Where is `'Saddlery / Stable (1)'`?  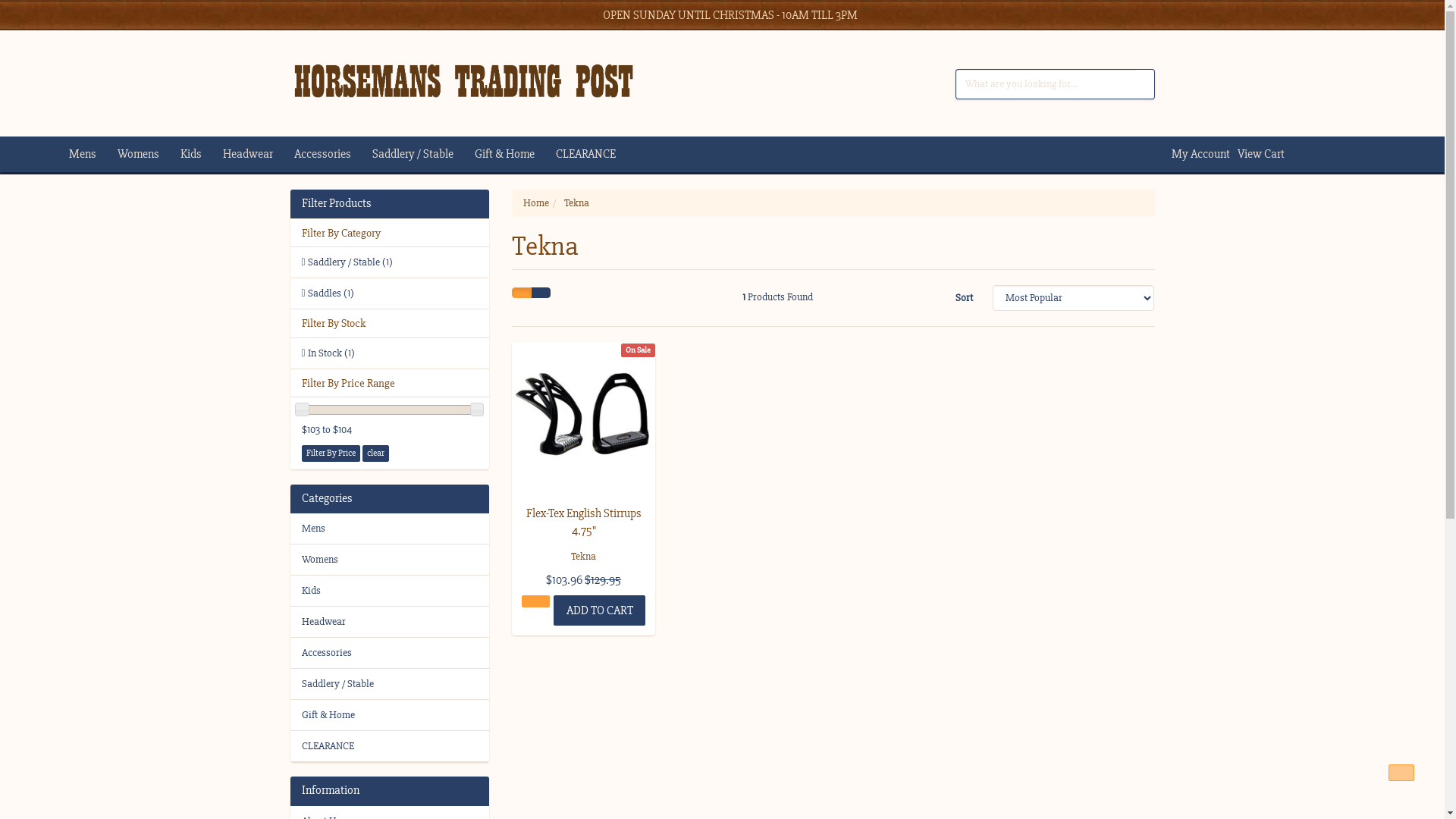 'Saddlery / Stable (1)' is located at coordinates (389, 261).